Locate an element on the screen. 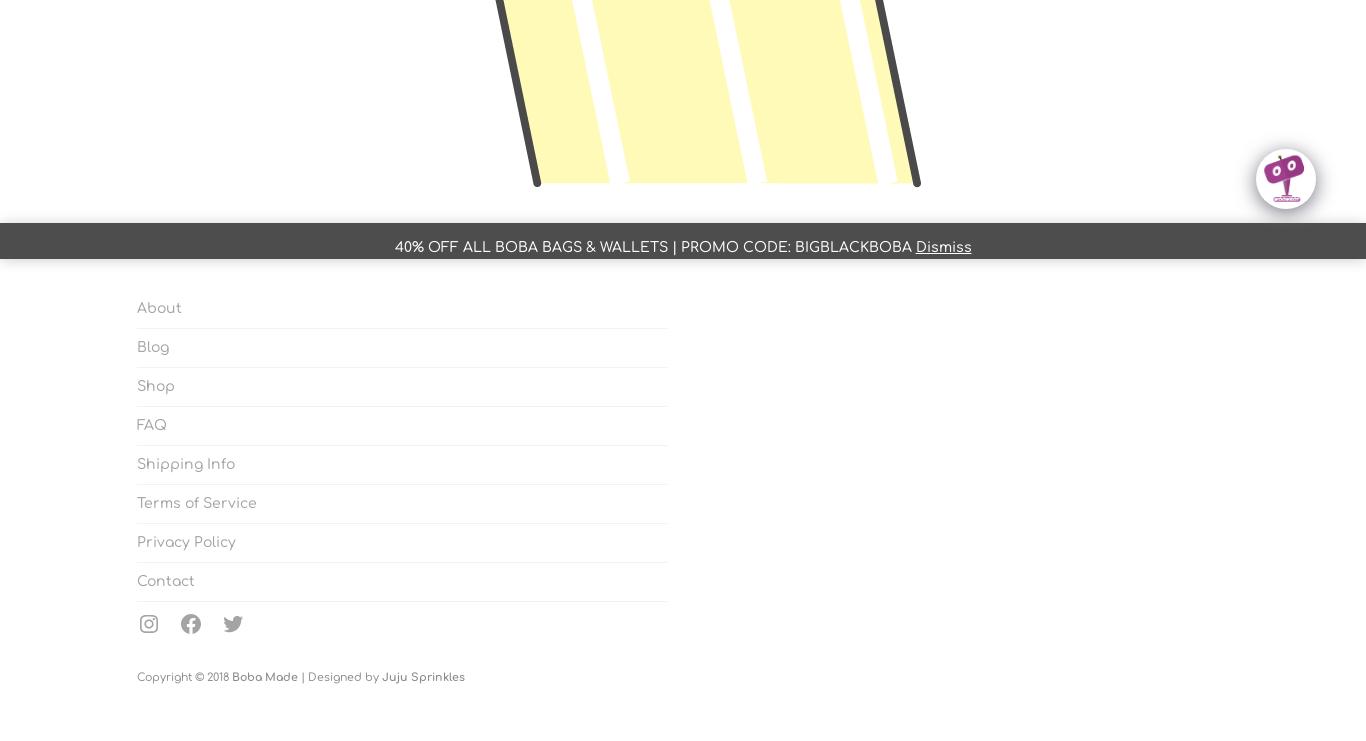  'Dismiss' is located at coordinates (942, 245).